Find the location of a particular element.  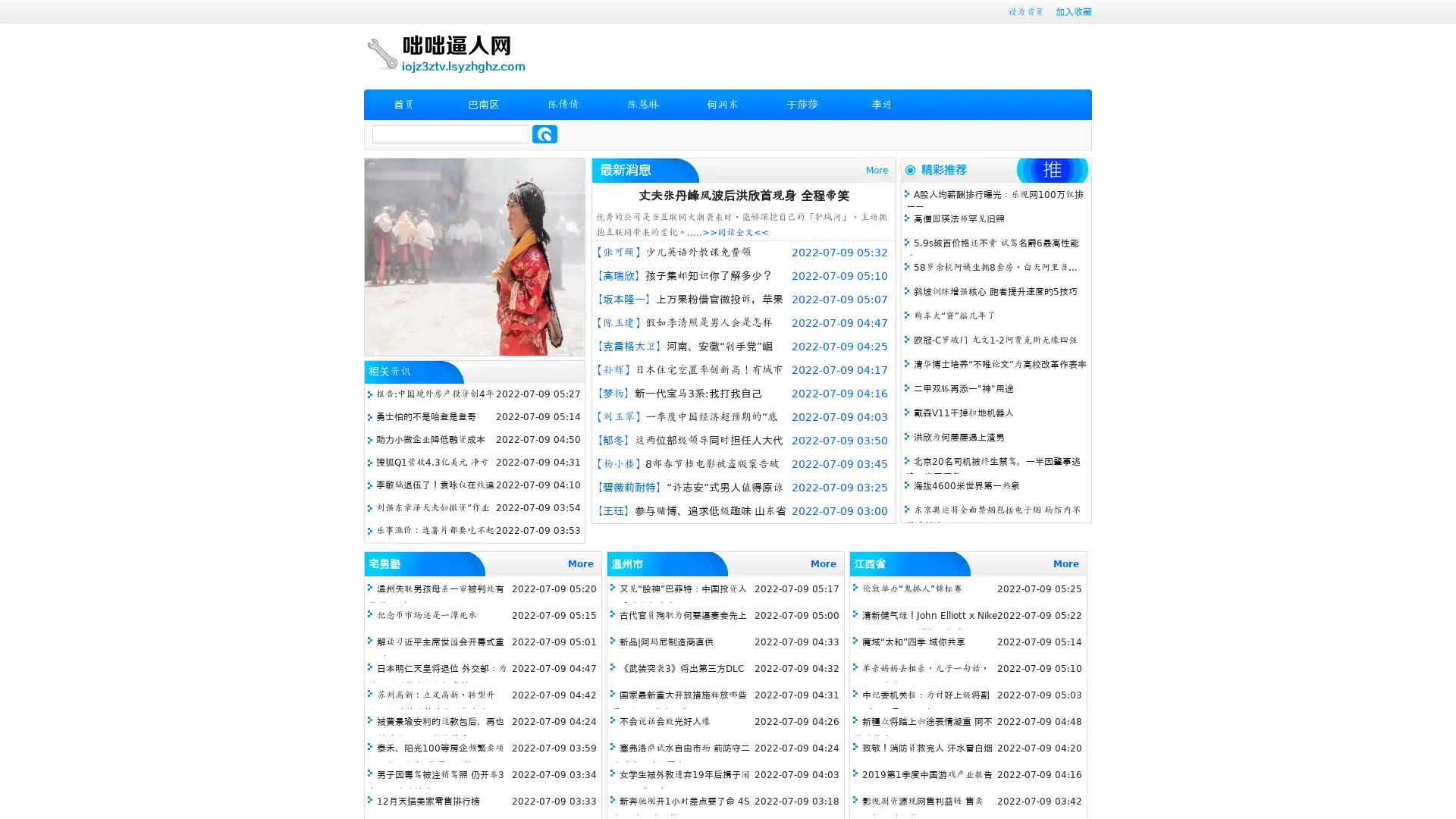

Search is located at coordinates (544, 133).